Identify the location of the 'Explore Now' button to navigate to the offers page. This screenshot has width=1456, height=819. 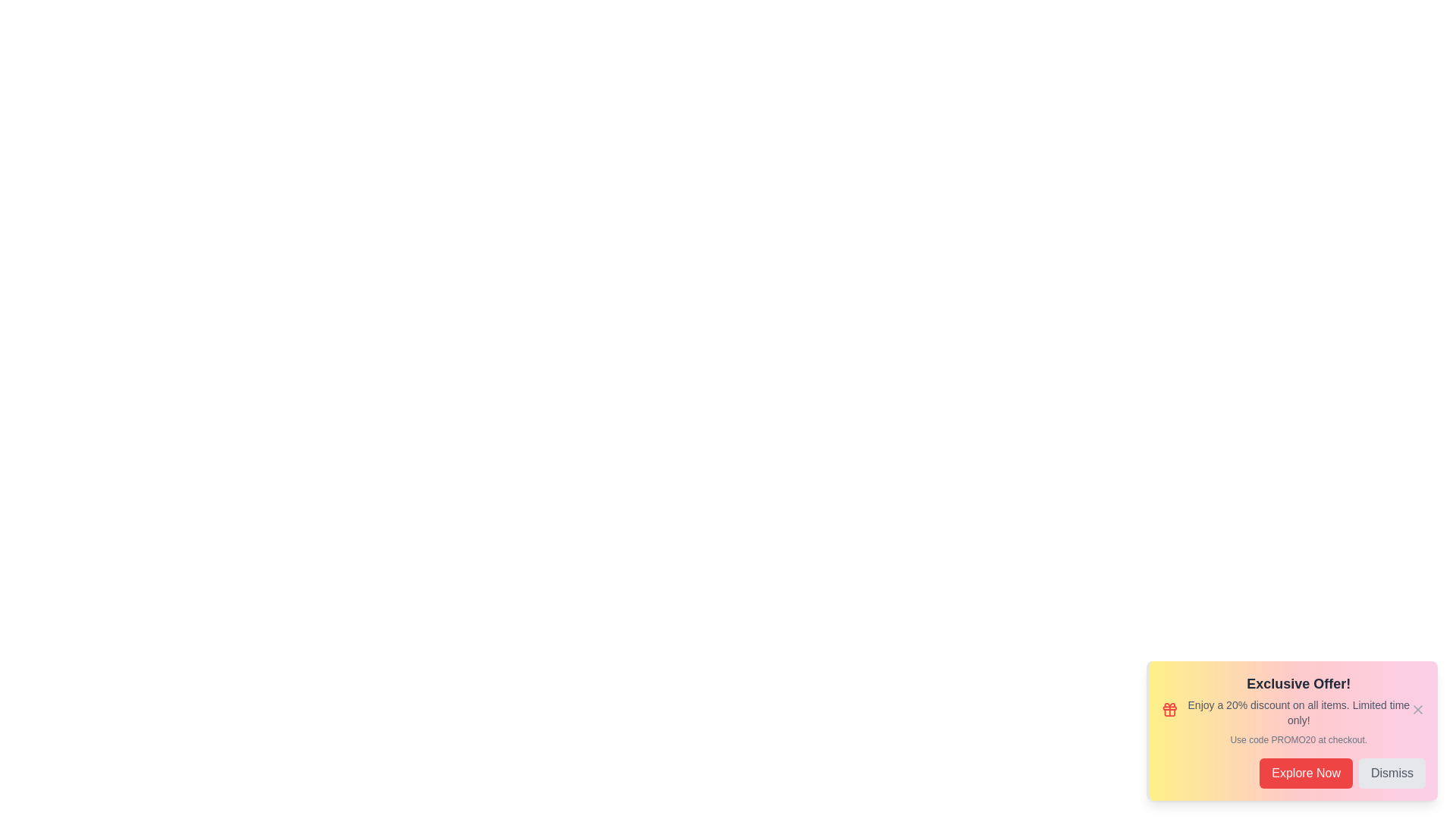
(1305, 773).